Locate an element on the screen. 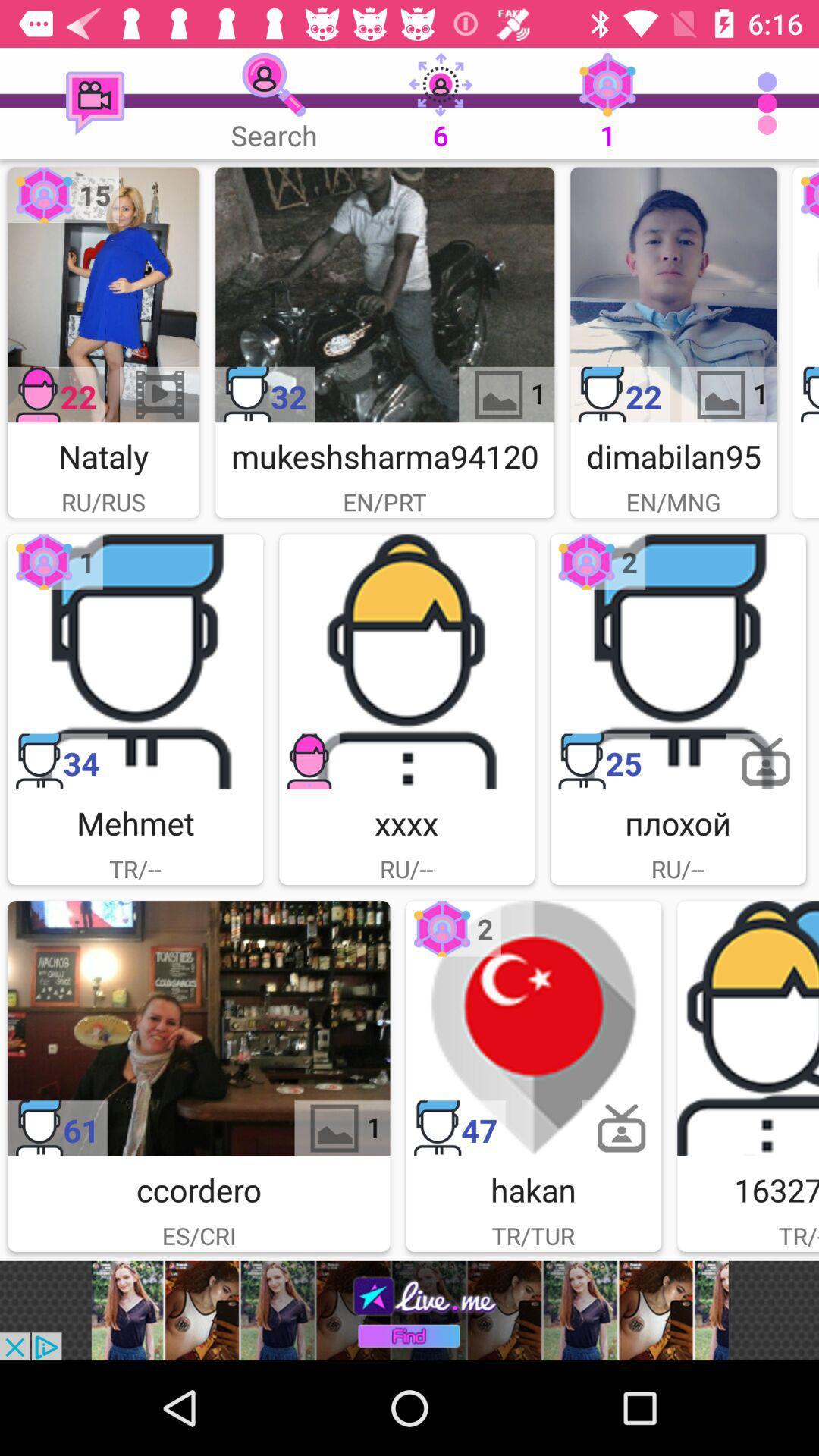 The image size is (819, 1456). open profile is located at coordinates (102, 294).